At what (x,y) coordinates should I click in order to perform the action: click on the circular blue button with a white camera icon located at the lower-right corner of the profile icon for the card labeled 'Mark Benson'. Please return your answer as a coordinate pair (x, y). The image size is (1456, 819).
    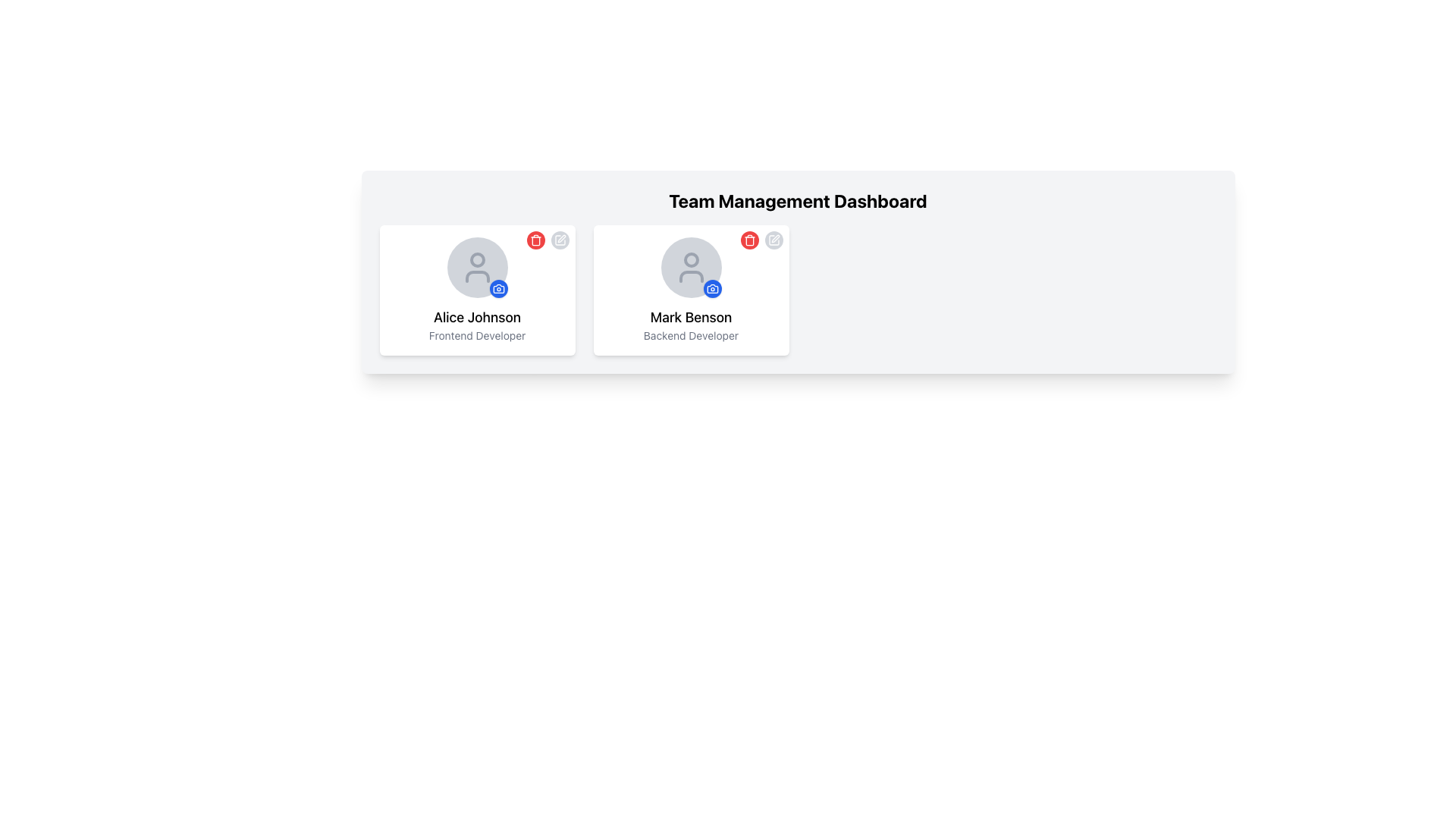
    Looking at the image, I should click on (711, 289).